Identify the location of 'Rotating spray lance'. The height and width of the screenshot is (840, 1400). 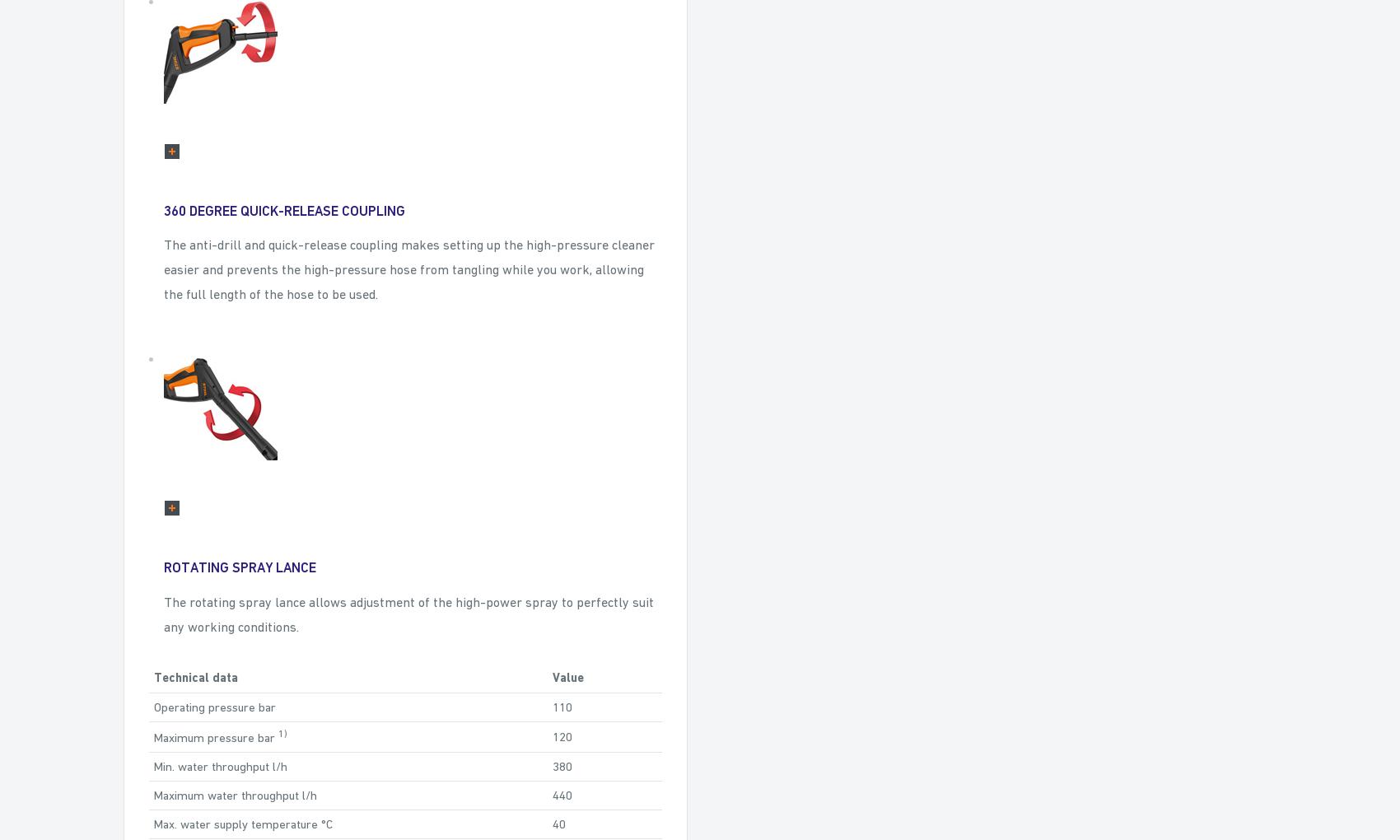
(163, 567).